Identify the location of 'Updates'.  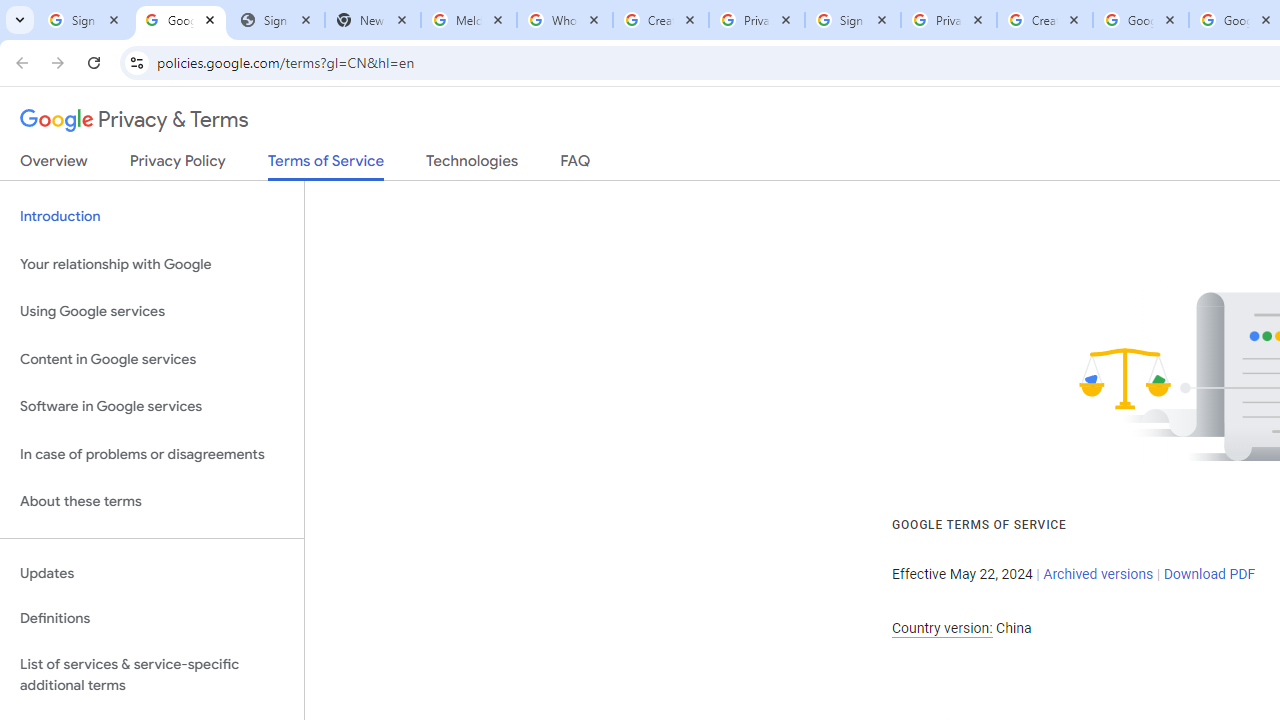
(151, 573).